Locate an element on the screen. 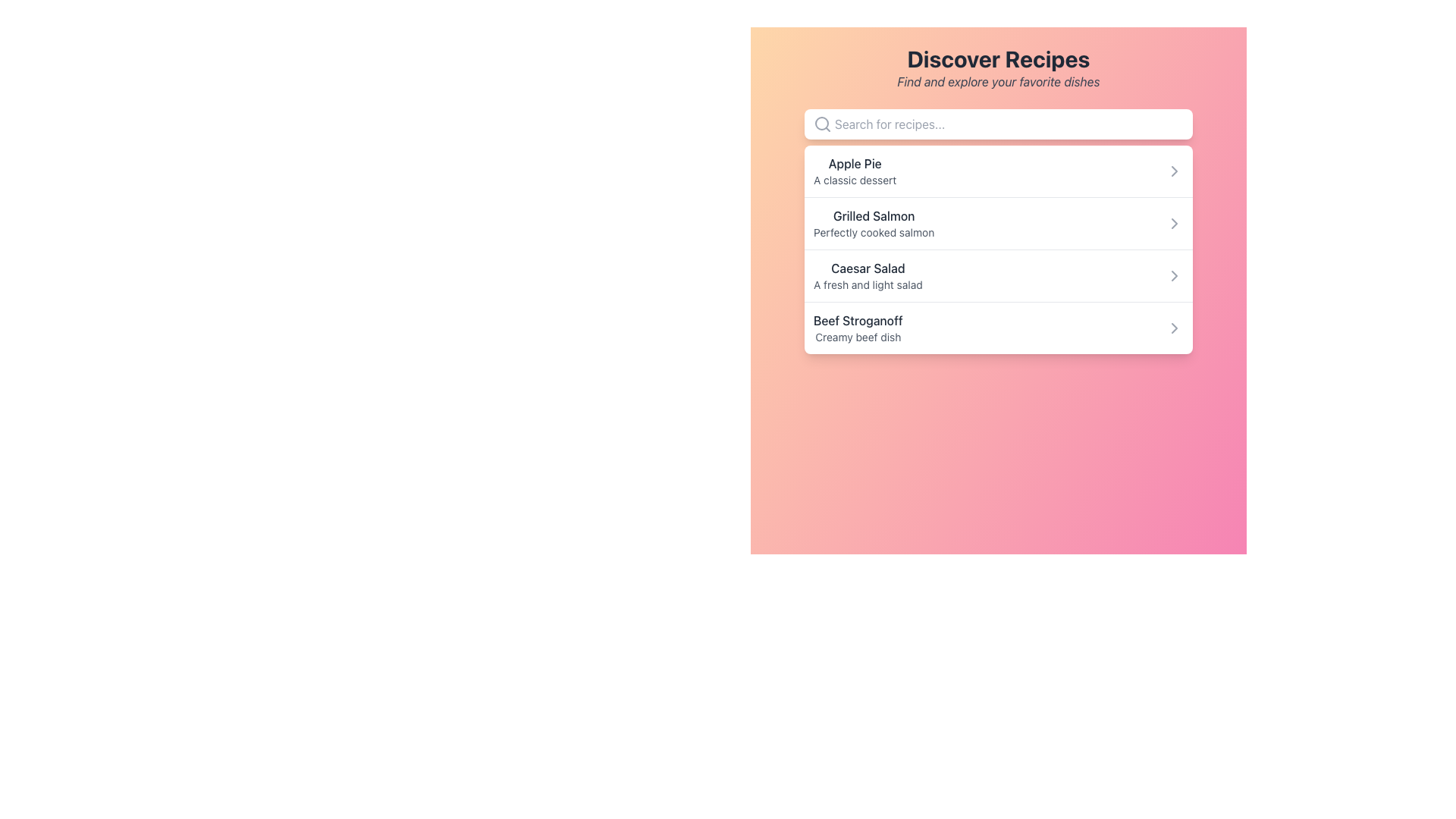 This screenshot has width=1456, height=819. the second list item representing 'Grilled Salmon' is located at coordinates (998, 223).